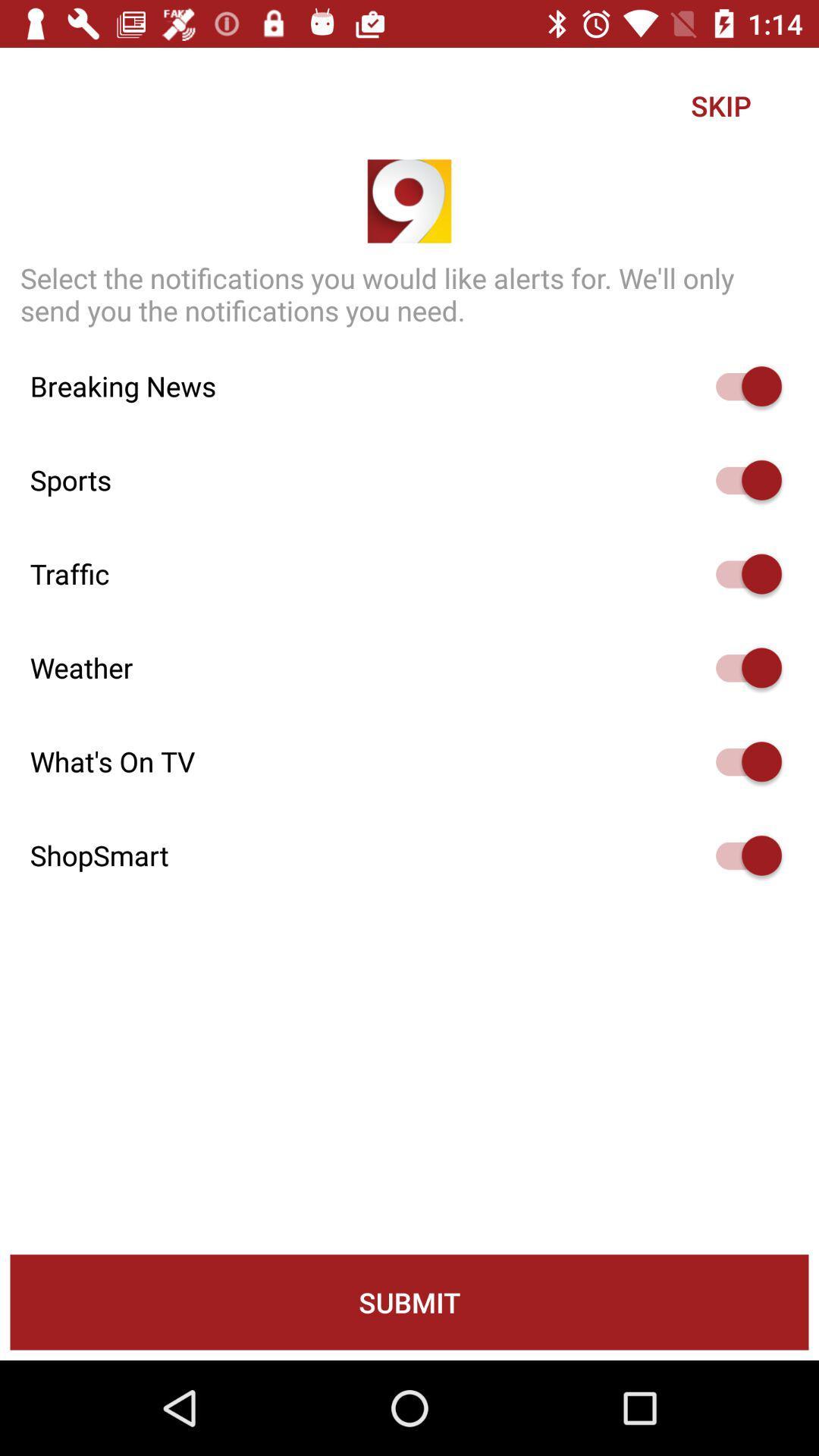  Describe the element at coordinates (741, 479) in the screenshot. I see `auto play` at that location.